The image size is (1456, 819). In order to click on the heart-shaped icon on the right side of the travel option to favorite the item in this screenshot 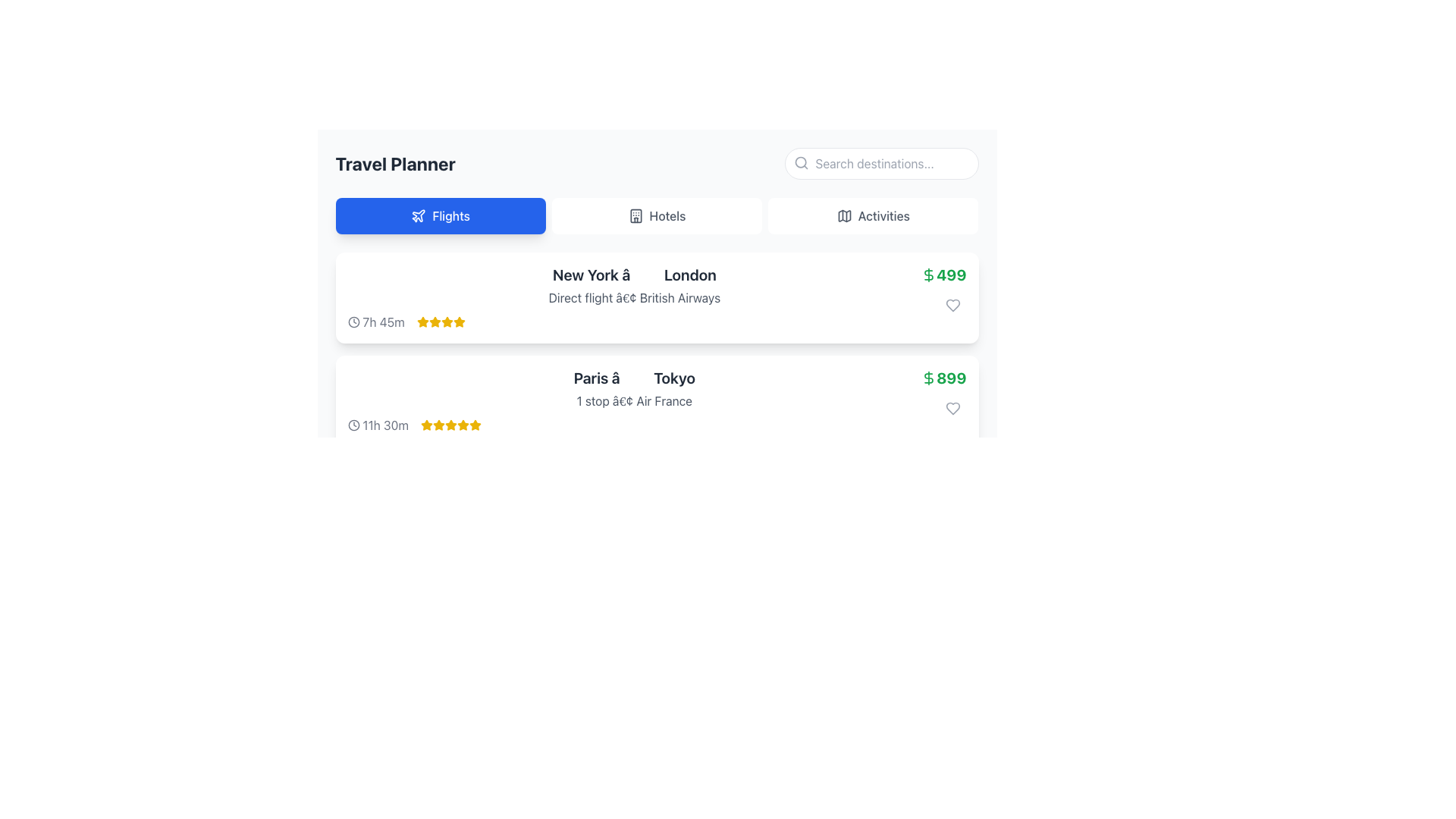, I will do `click(952, 408)`.